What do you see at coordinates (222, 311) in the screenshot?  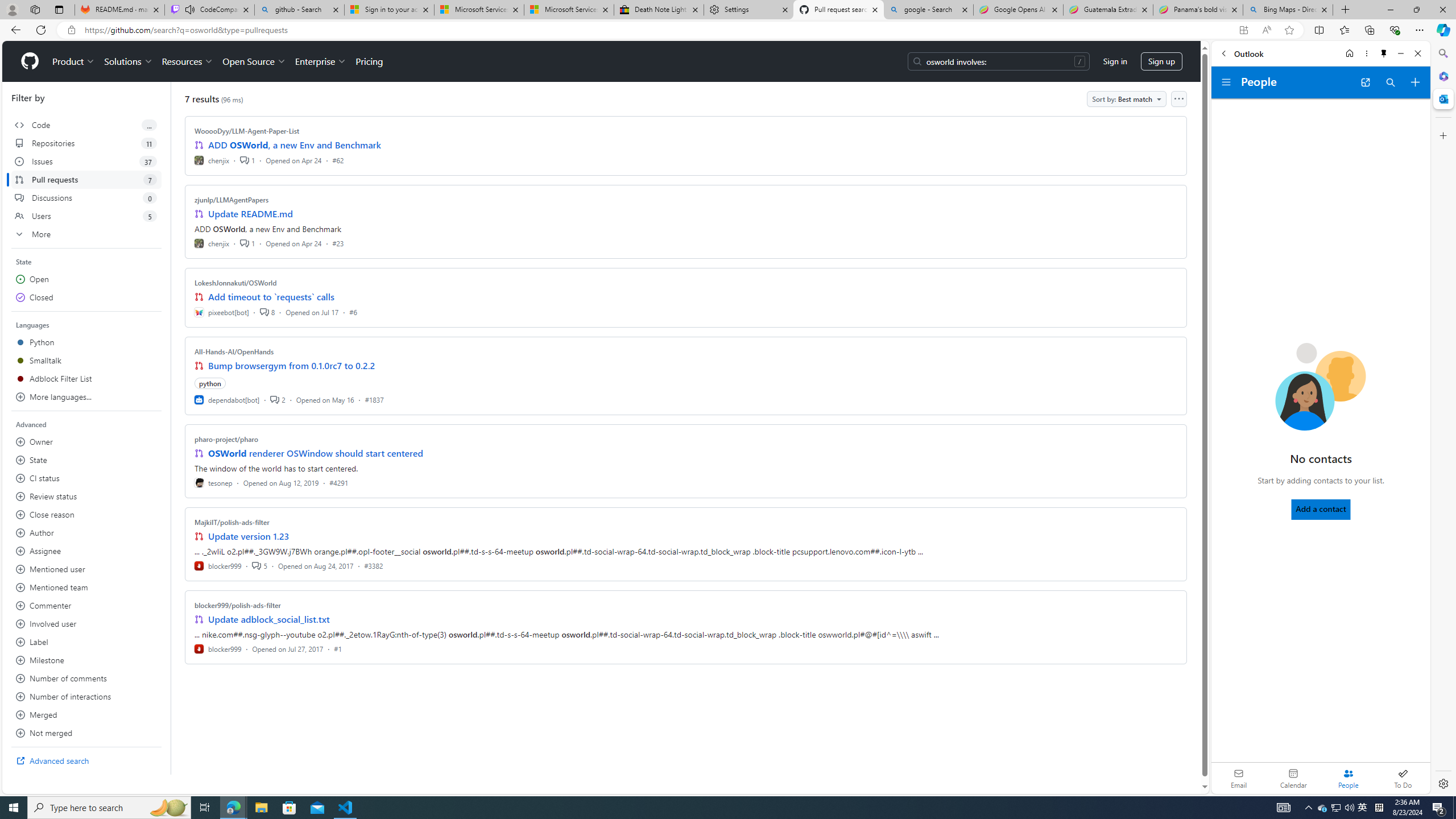 I see `'pixeebot[bot]'` at bounding box center [222, 311].